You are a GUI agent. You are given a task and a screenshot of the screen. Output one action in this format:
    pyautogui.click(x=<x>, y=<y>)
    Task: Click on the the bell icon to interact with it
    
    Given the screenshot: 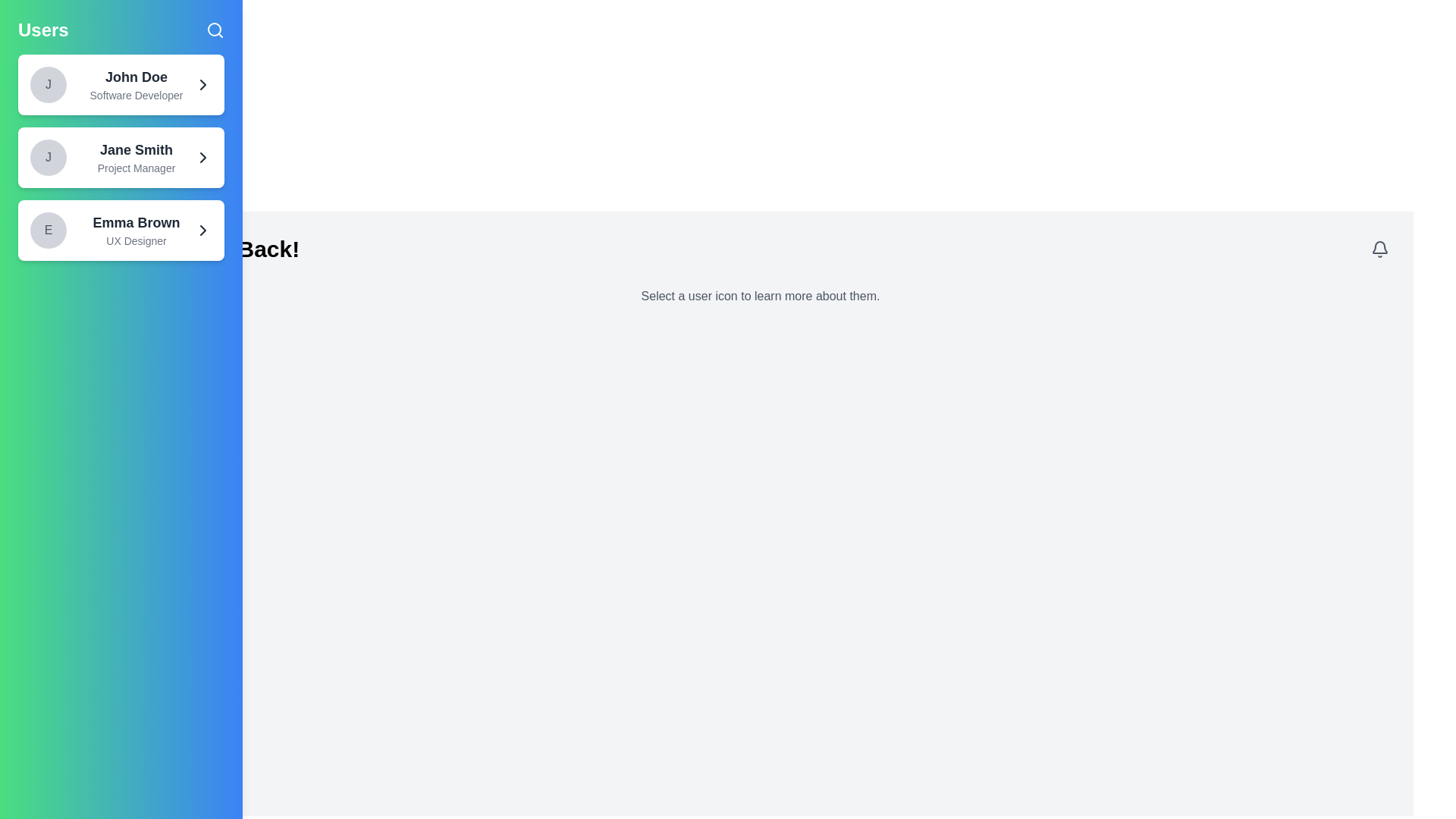 What is the action you would take?
    pyautogui.click(x=1379, y=248)
    